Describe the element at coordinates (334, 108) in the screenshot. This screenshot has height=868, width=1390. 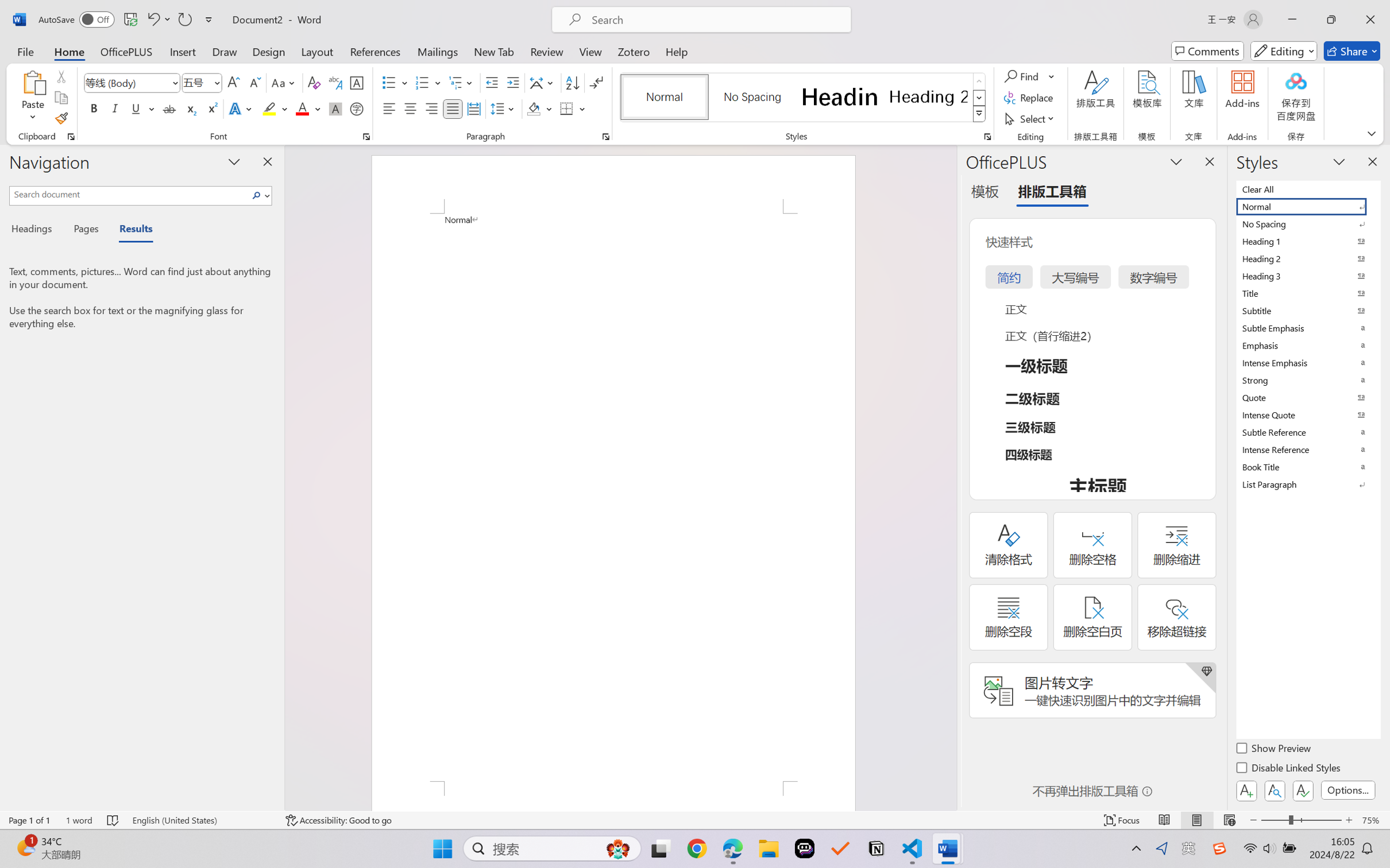
I see `'Character Shading'` at that location.